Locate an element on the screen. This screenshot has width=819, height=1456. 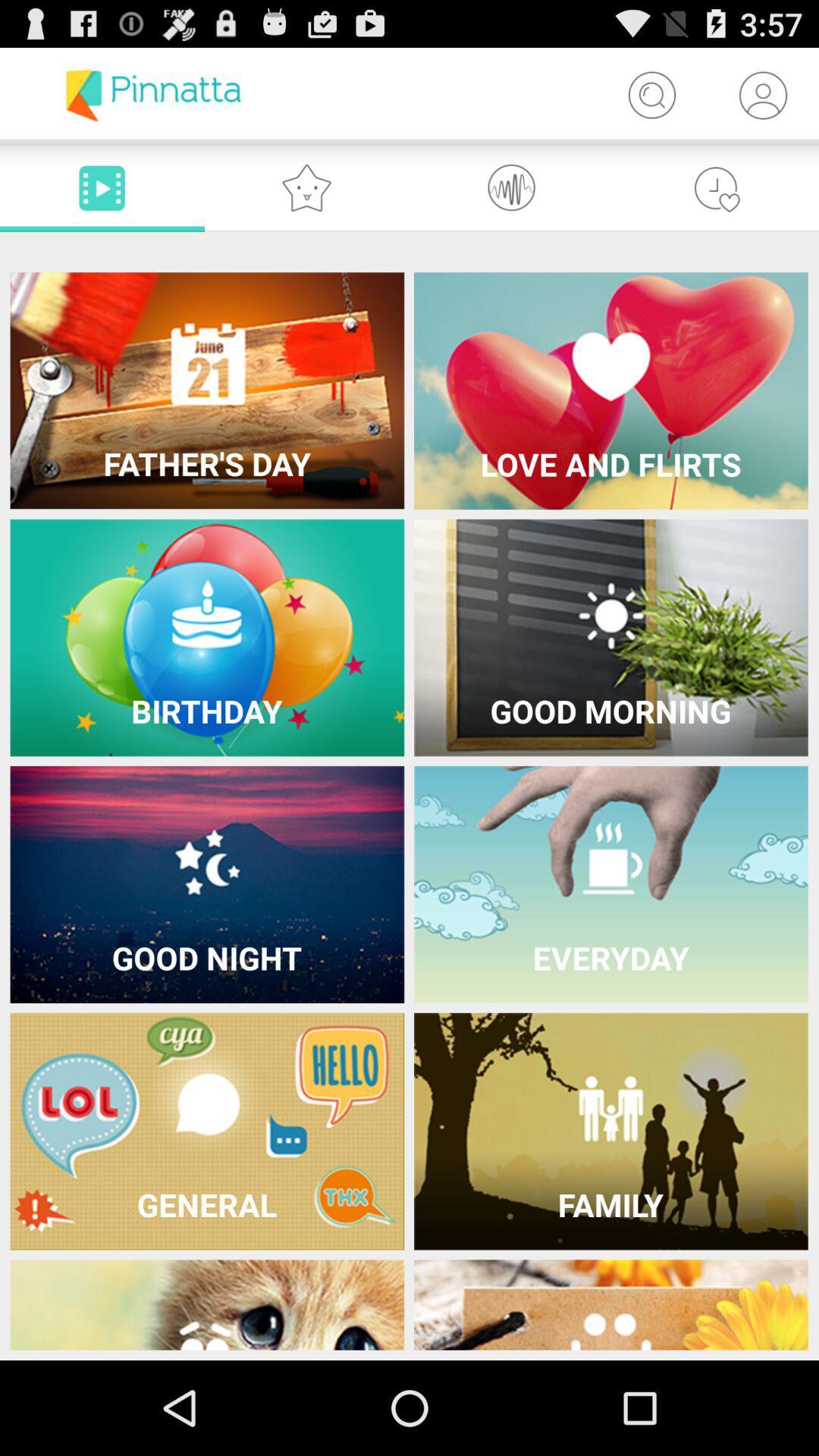
the image which is placed at fourth row first column is located at coordinates (207, 1131).